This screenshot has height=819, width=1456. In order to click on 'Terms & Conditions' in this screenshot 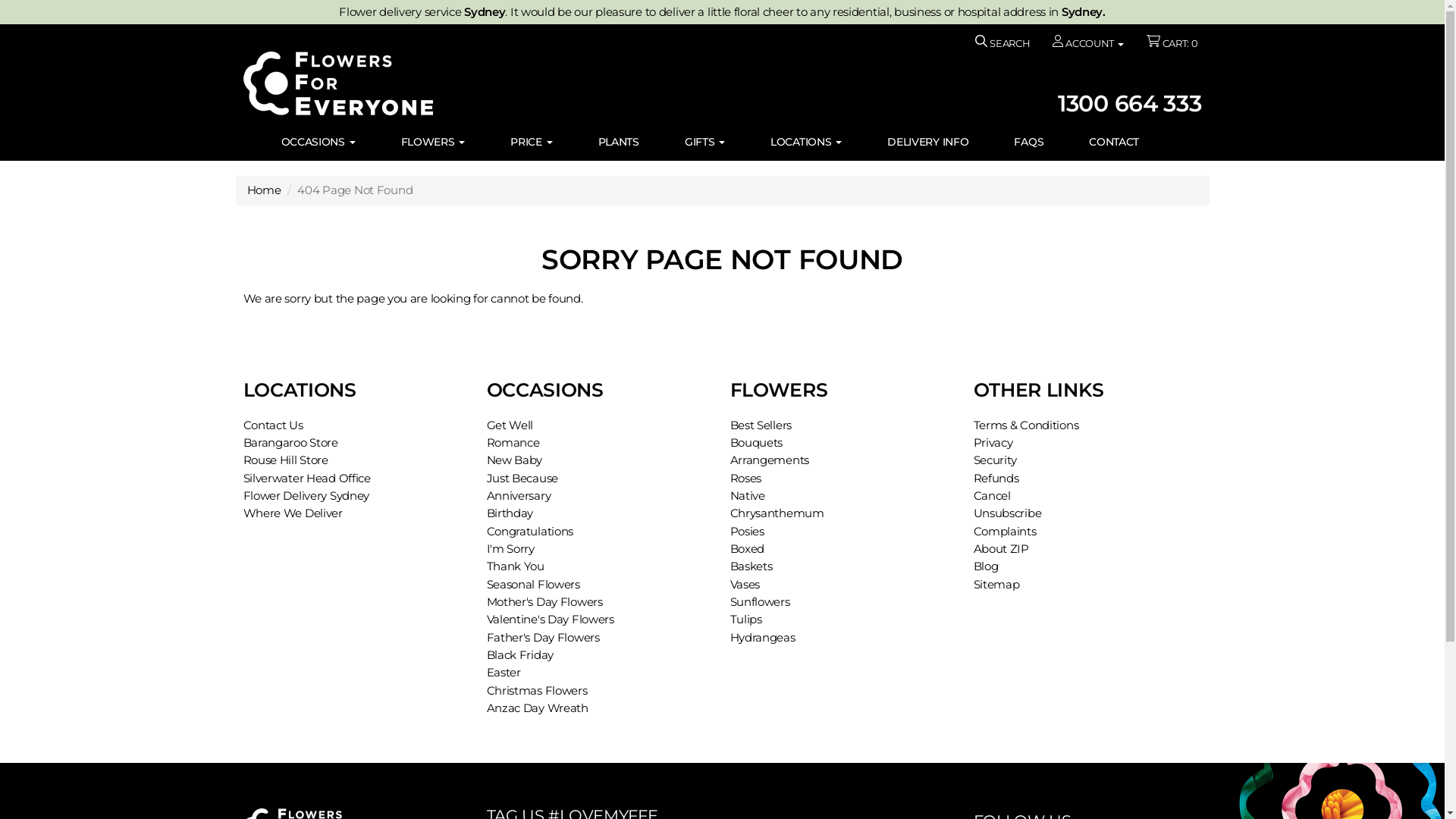, I will do `click(1026, 425)`.